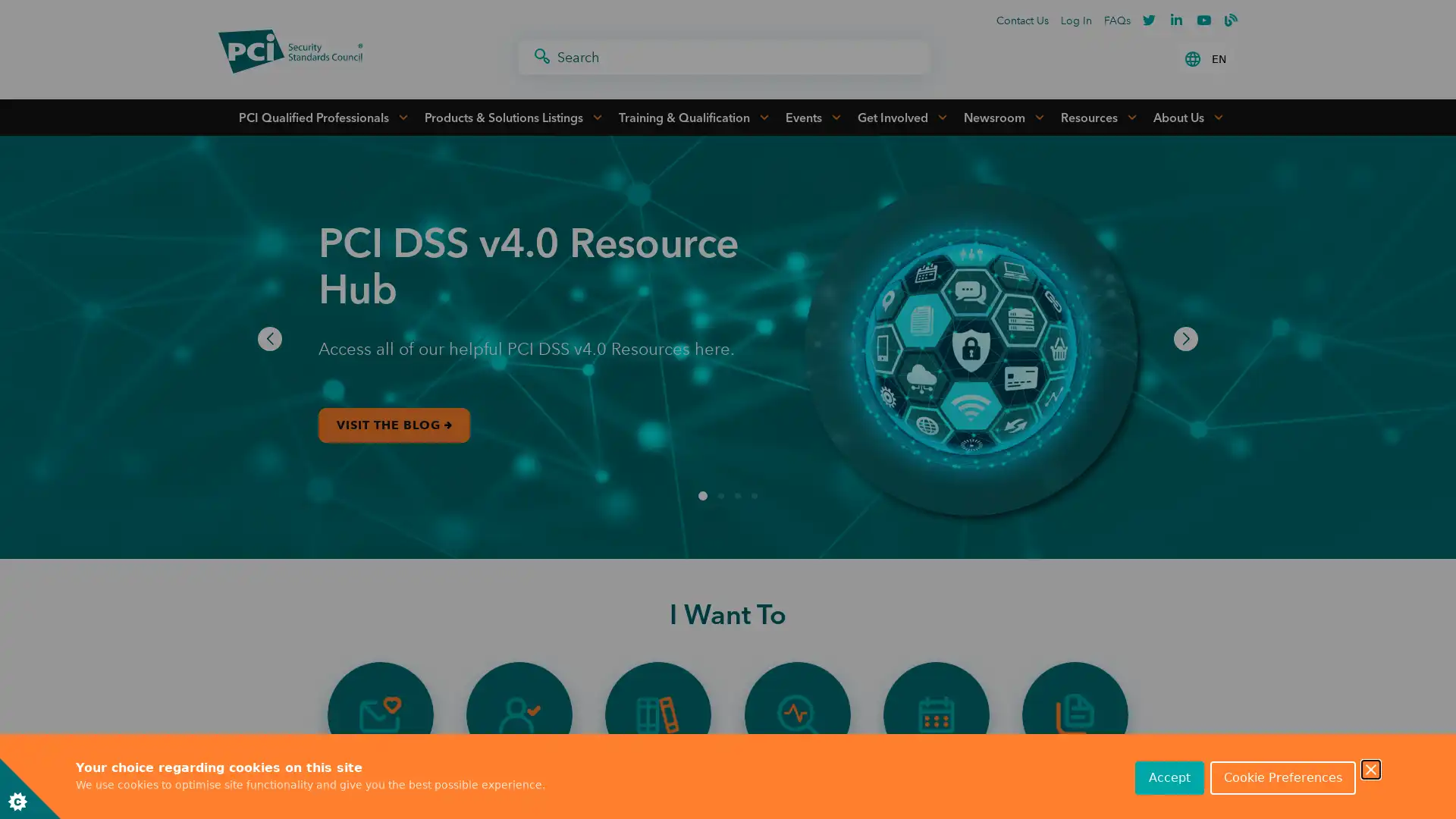  I want to click on PCI Blogger Profile, so click(1231, 19).